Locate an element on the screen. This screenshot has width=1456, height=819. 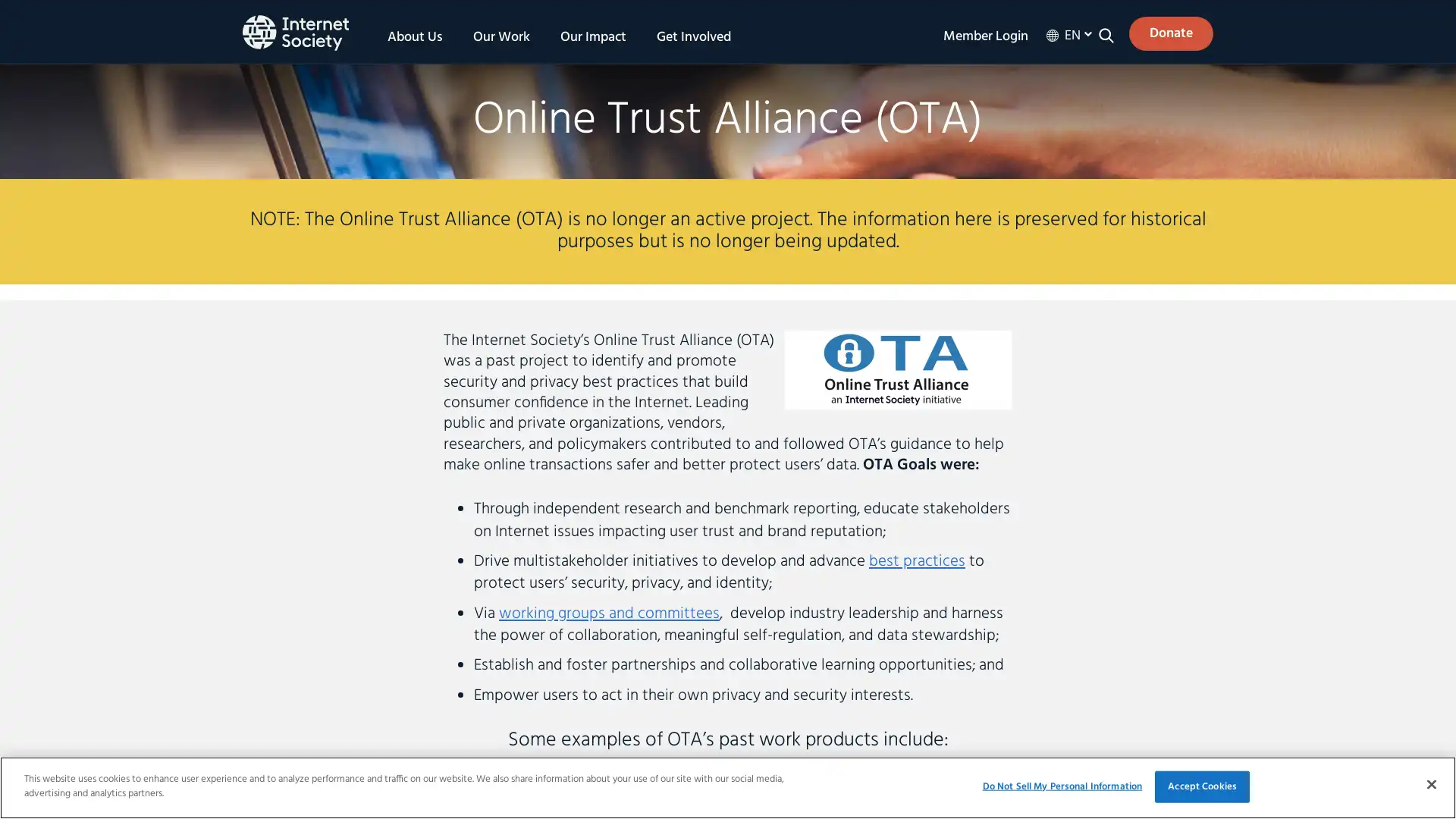
Close is located at coordinates (1430, 783).